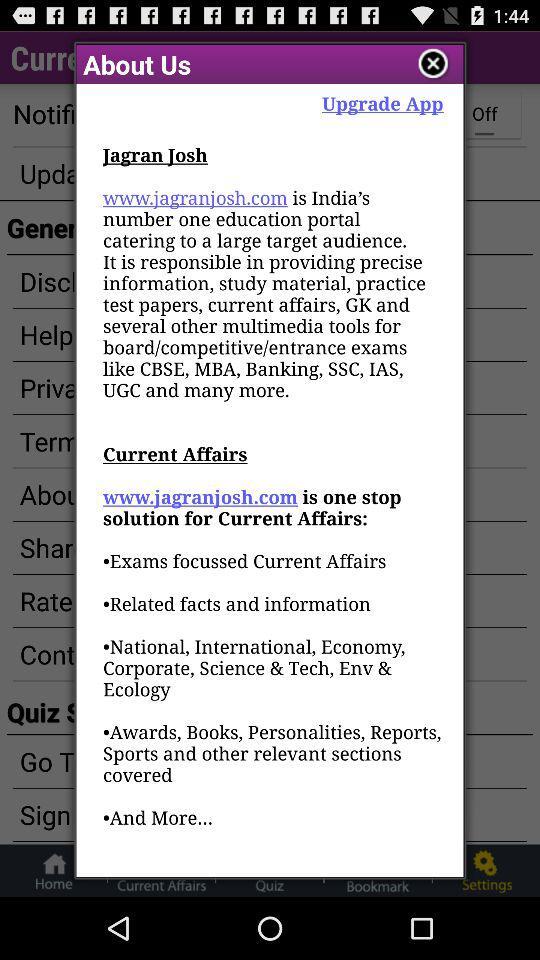 Image resolution: width=540 pixels, height=960 pixels. What do you see at coordinates (382, 103) in the screenshot?
I see `item next to the about us app` at bounding box center [382, 103].